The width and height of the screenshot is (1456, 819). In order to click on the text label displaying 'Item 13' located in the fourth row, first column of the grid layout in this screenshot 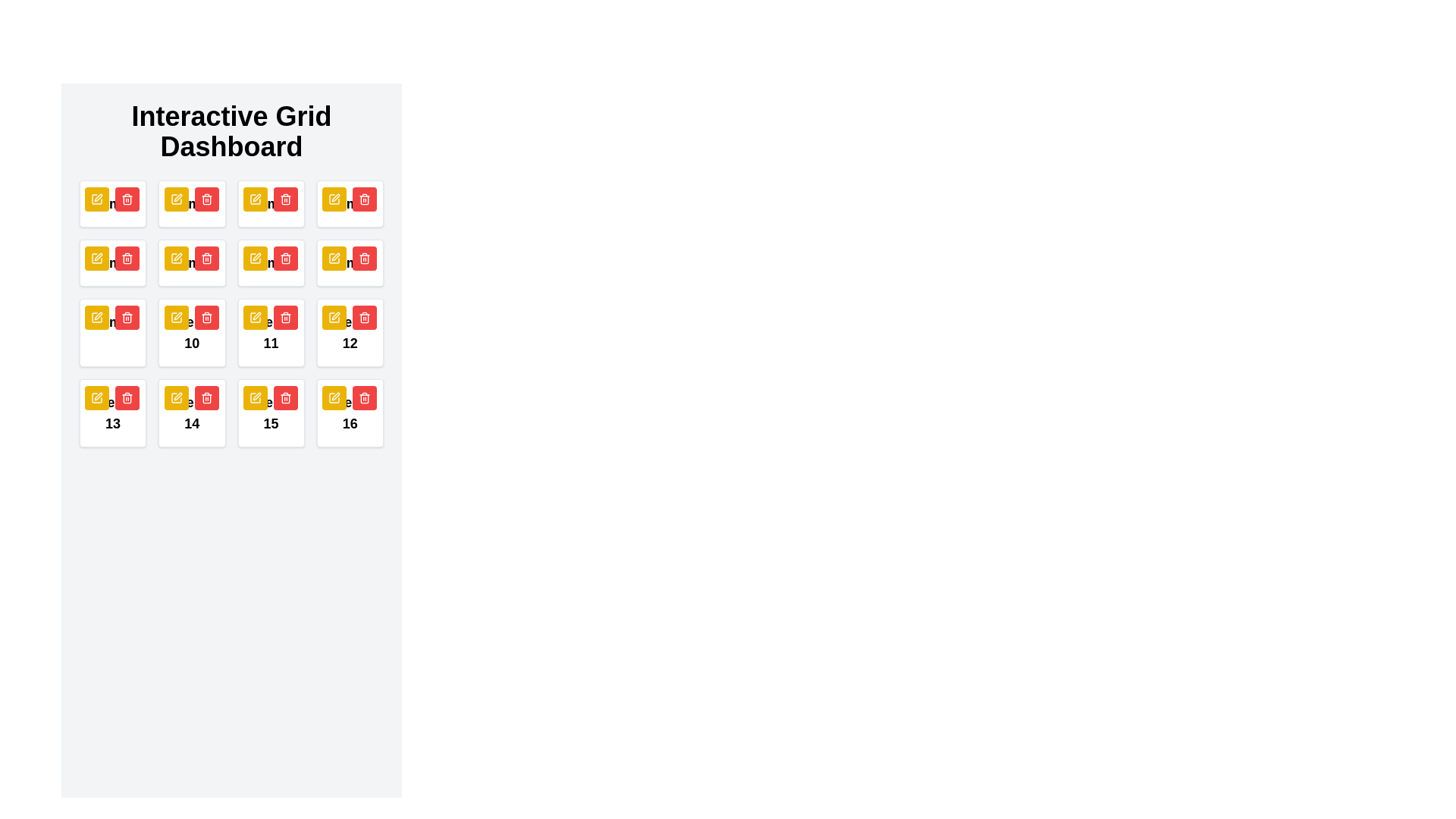, I will do `click(112, 413)`.